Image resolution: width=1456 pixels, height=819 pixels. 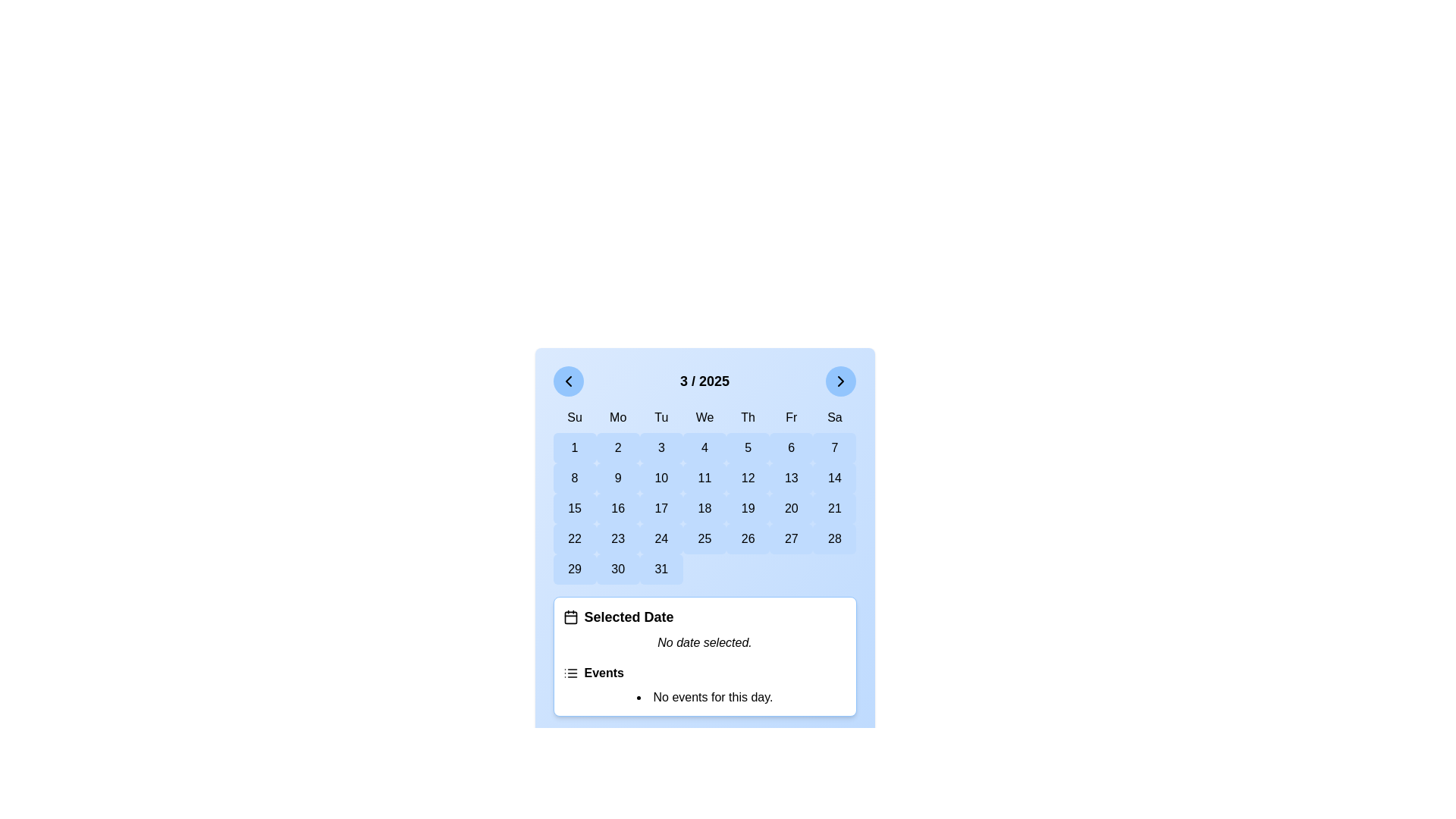 I want to click on the interactive cell in the calendar representing the 10th day of the month, so click(x=661, y=479).